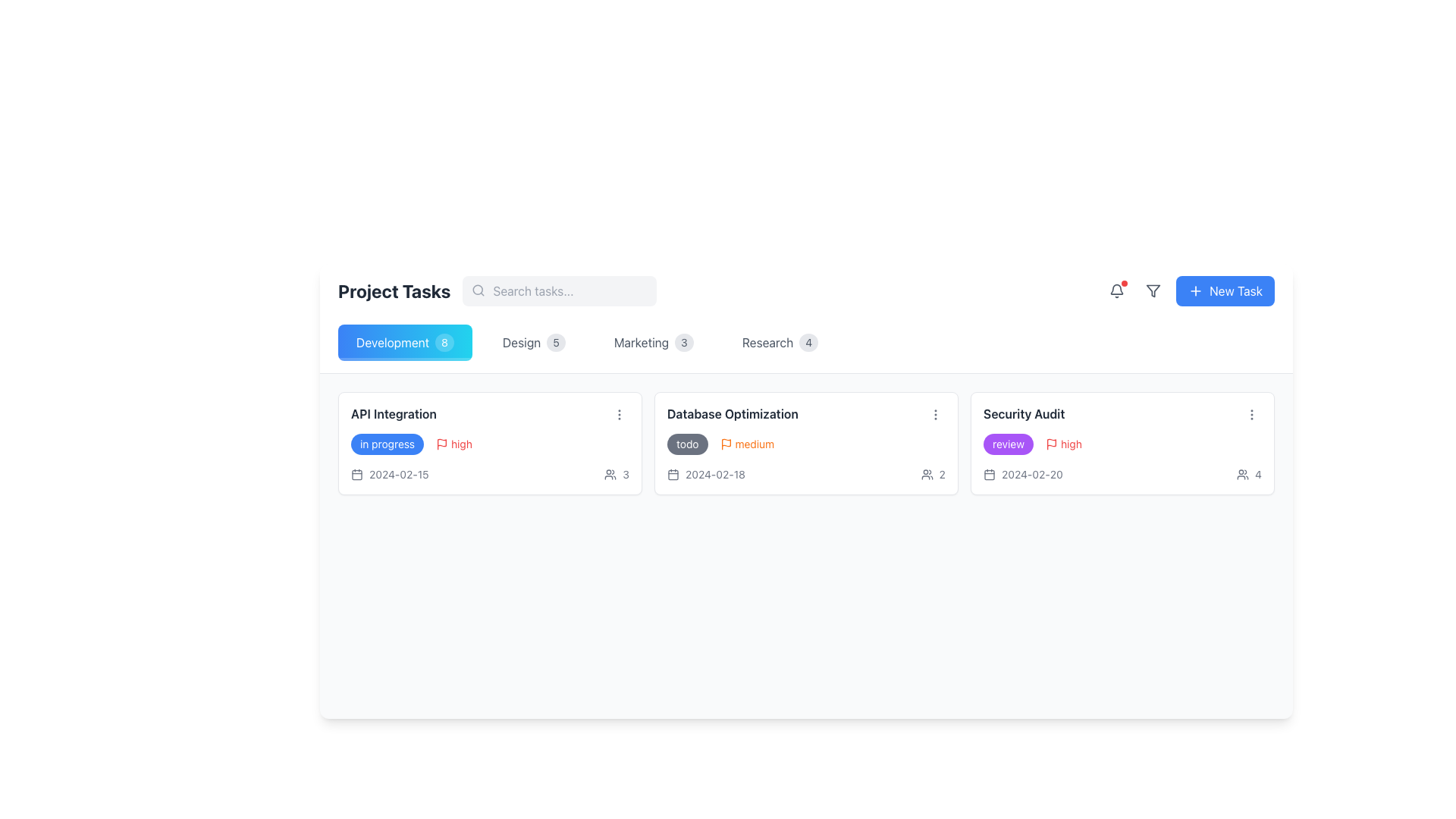  Describe the element at coordinates (755, 444) in the screenshot. I see `the textual label displaying the word 'medium' styled in orange font, located in the middle card titled 'Database Optimization'` at that location.